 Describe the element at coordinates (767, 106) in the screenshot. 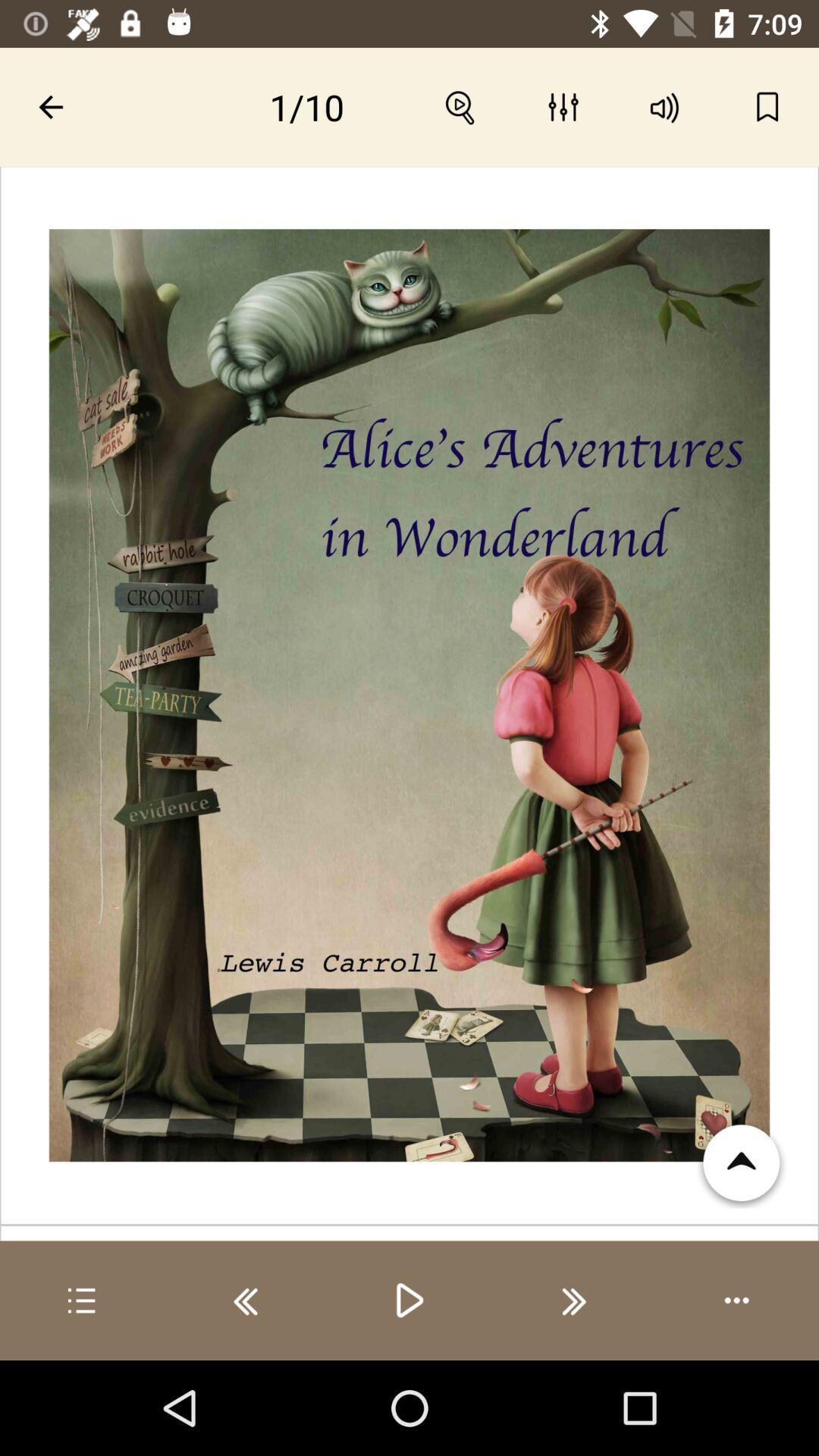

I see `bookmark option` at that location.